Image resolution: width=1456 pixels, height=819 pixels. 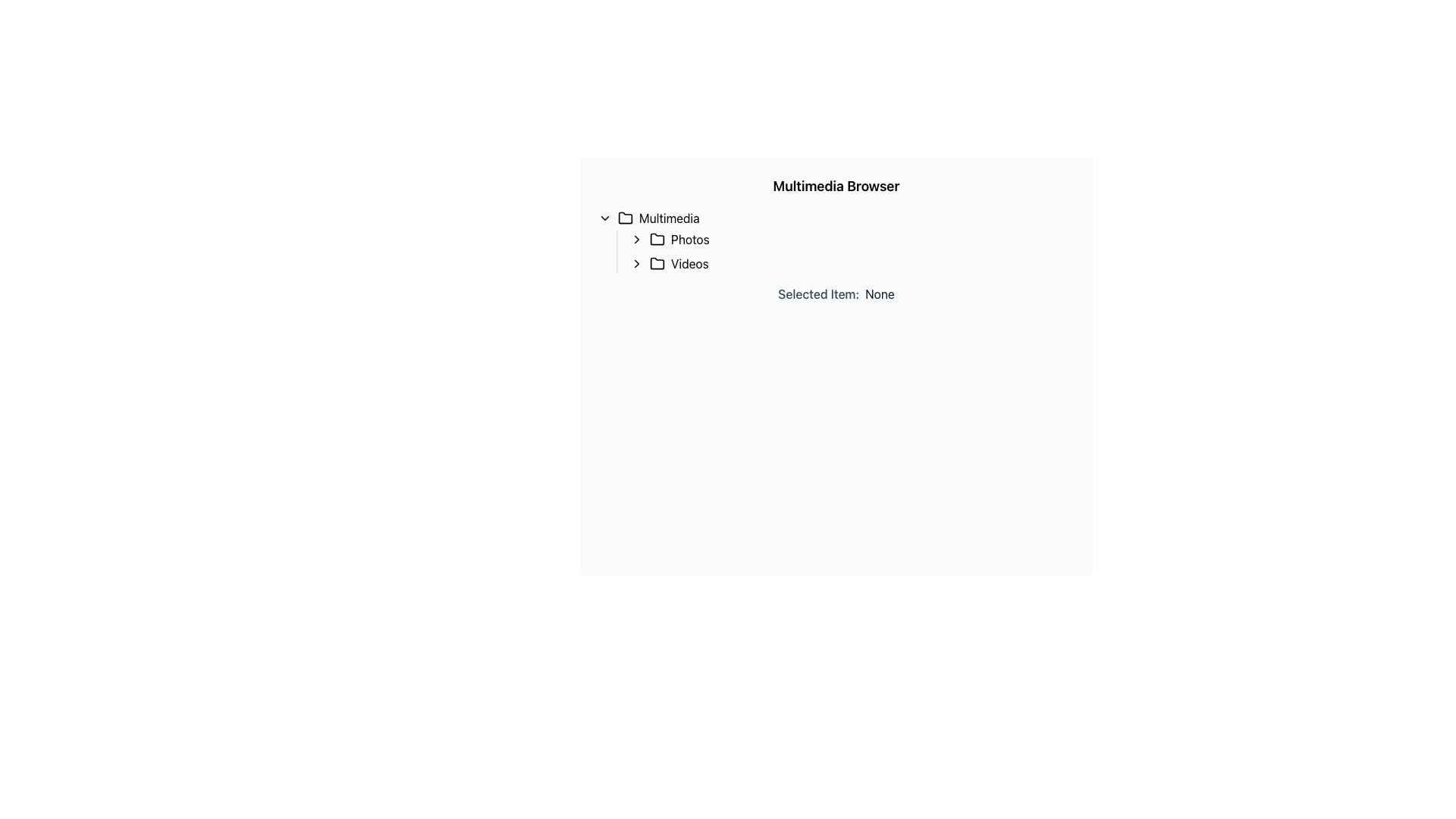 I want to click on the chevron icon pointing to the right, located to the left of the 'Photos' label in the hierarchical list component, so click(x=637, y=239).